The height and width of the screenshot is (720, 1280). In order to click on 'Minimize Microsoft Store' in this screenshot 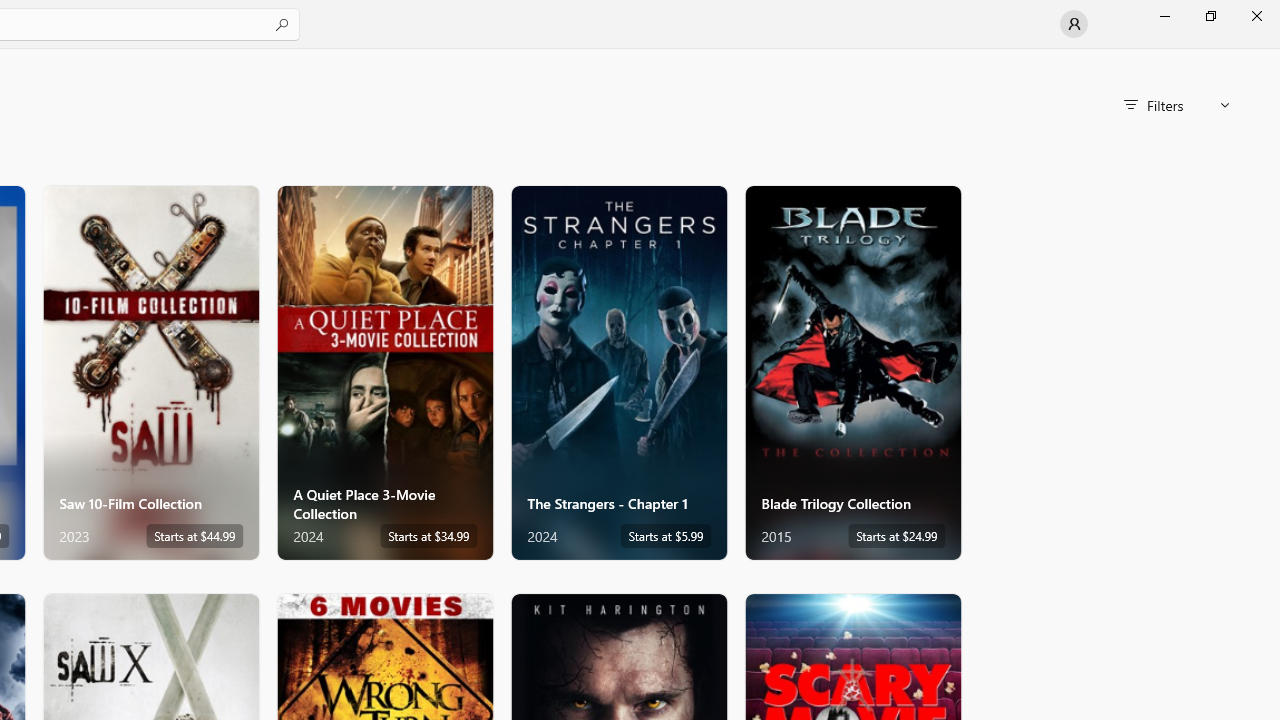, I will do `click(1164, 15)`.